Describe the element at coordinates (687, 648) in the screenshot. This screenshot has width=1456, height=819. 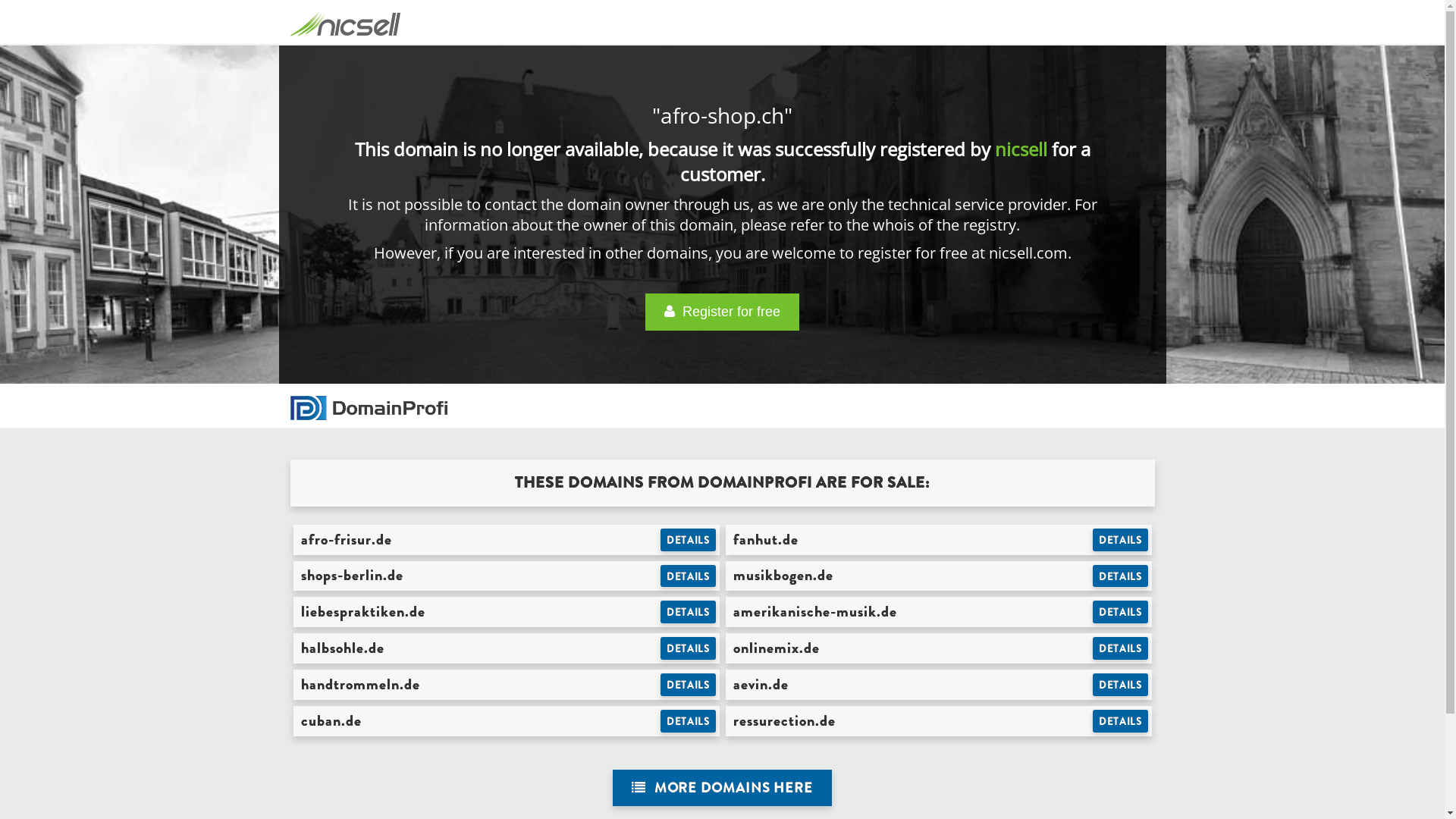
I see `'DETAILS'` at that location.